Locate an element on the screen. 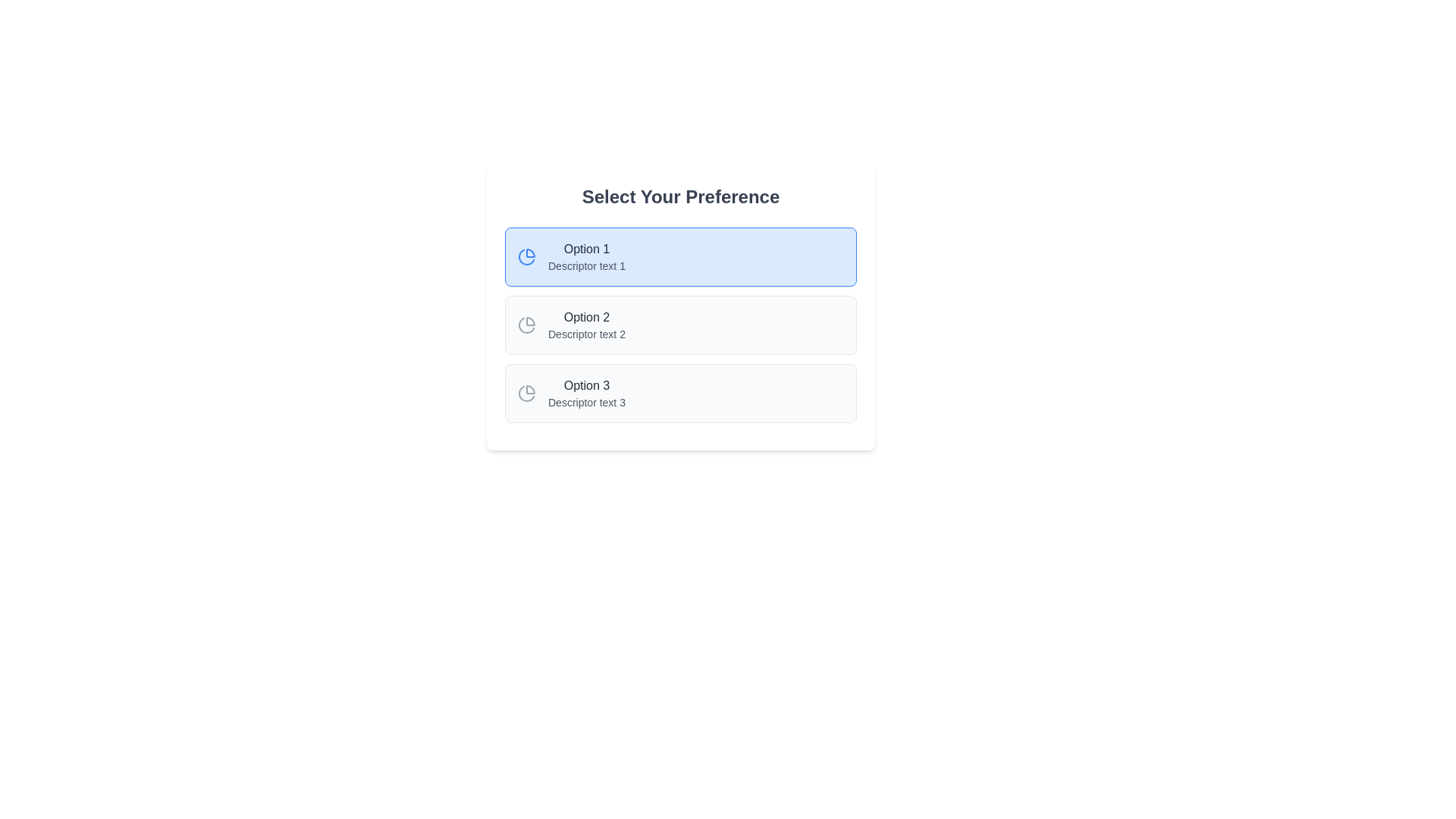 The image size is (1456, 819). the pie chart styled icon, which has a segment highlighted and is located to the left of the text 'Option 3' in the third selectable option of a grouped list is located at coordinates (527, 393).